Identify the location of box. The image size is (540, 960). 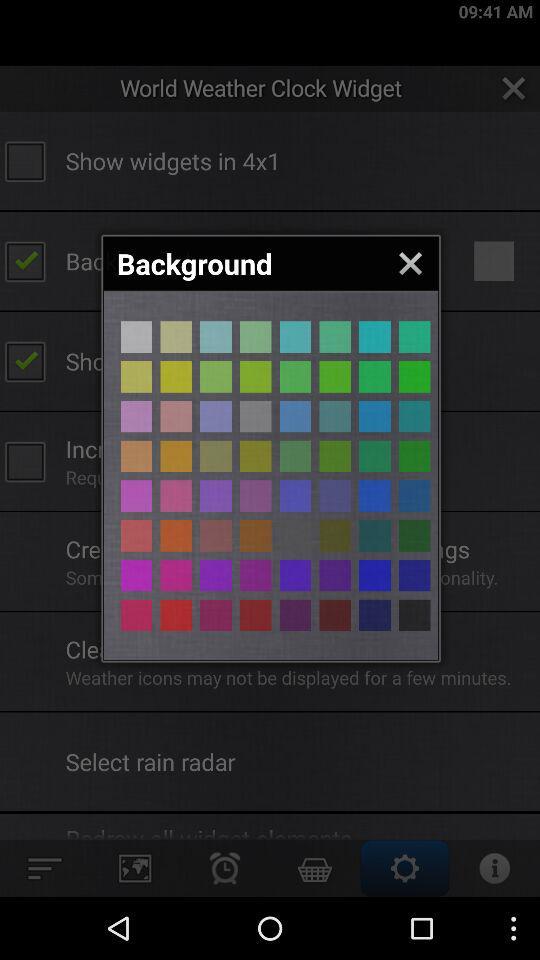
(215, 575).